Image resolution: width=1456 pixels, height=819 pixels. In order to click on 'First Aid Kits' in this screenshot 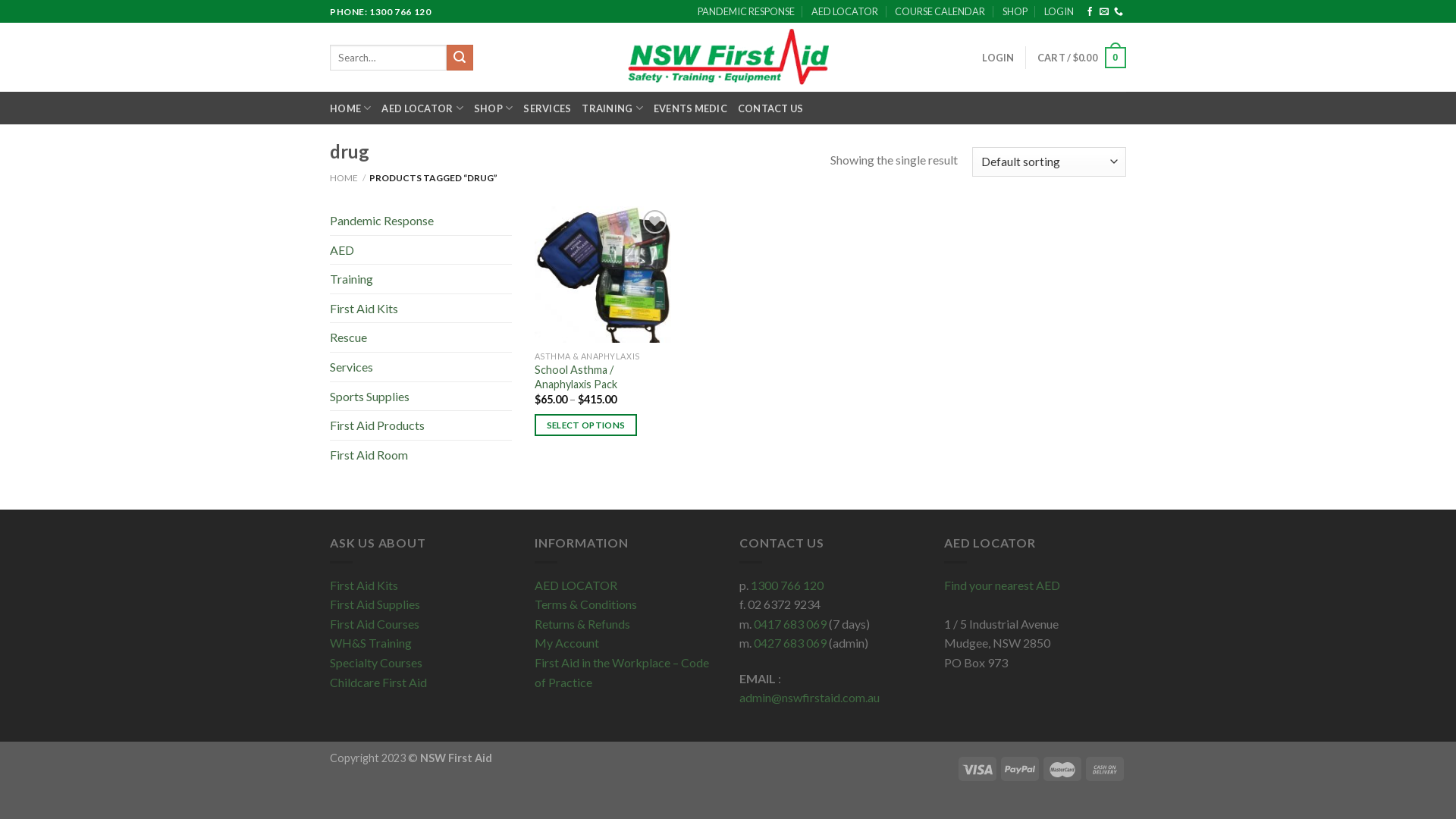, I will do `click(329, 584)`.